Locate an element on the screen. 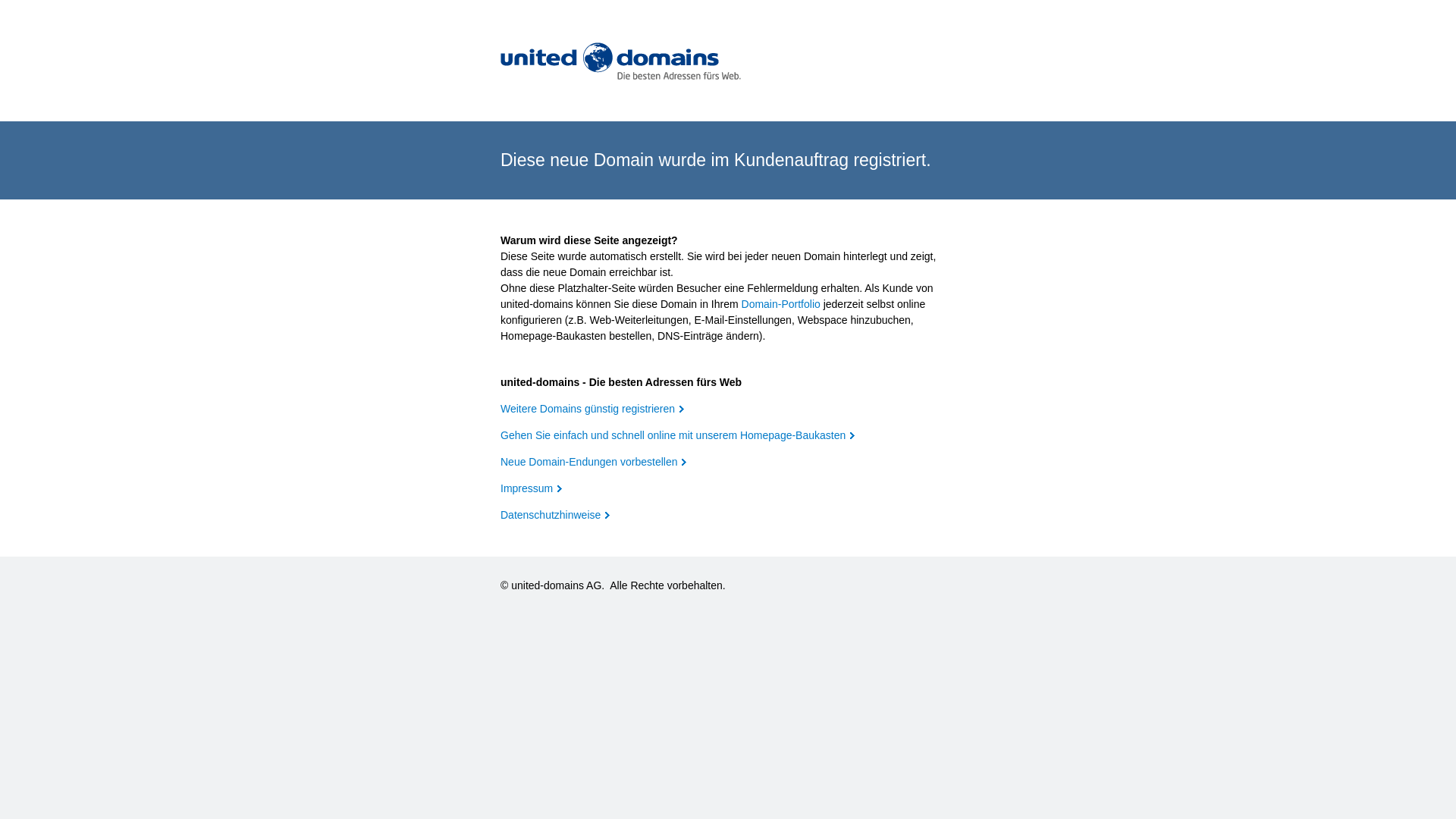 This screenshot has width=1456, height=819. 'Domain-Portfolio' is located at coordinates (781, 304).